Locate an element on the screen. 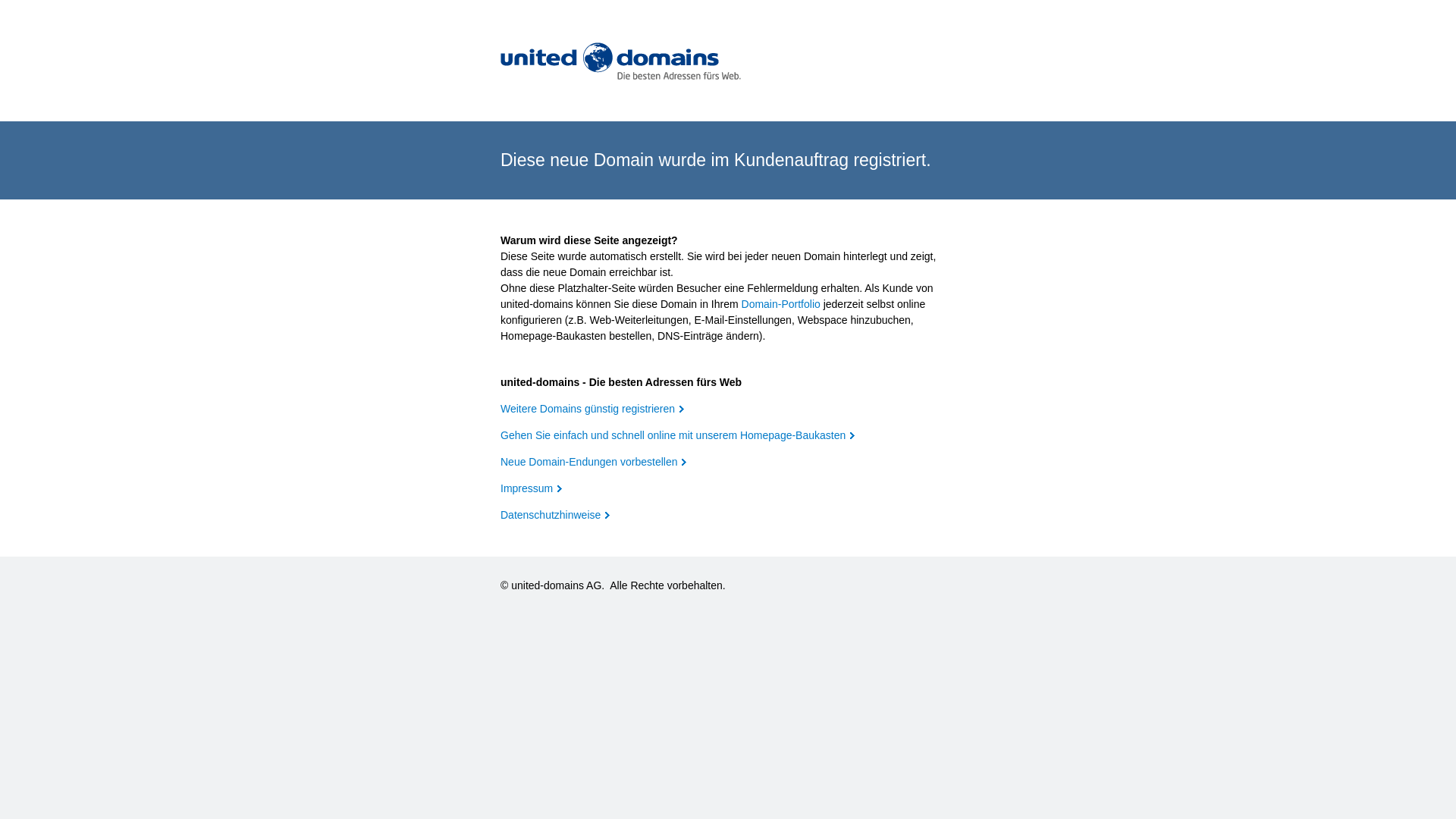 This screenshot has width=1456, height=819. 'Domain-Portfolio' is located at coordinates (781, 304).